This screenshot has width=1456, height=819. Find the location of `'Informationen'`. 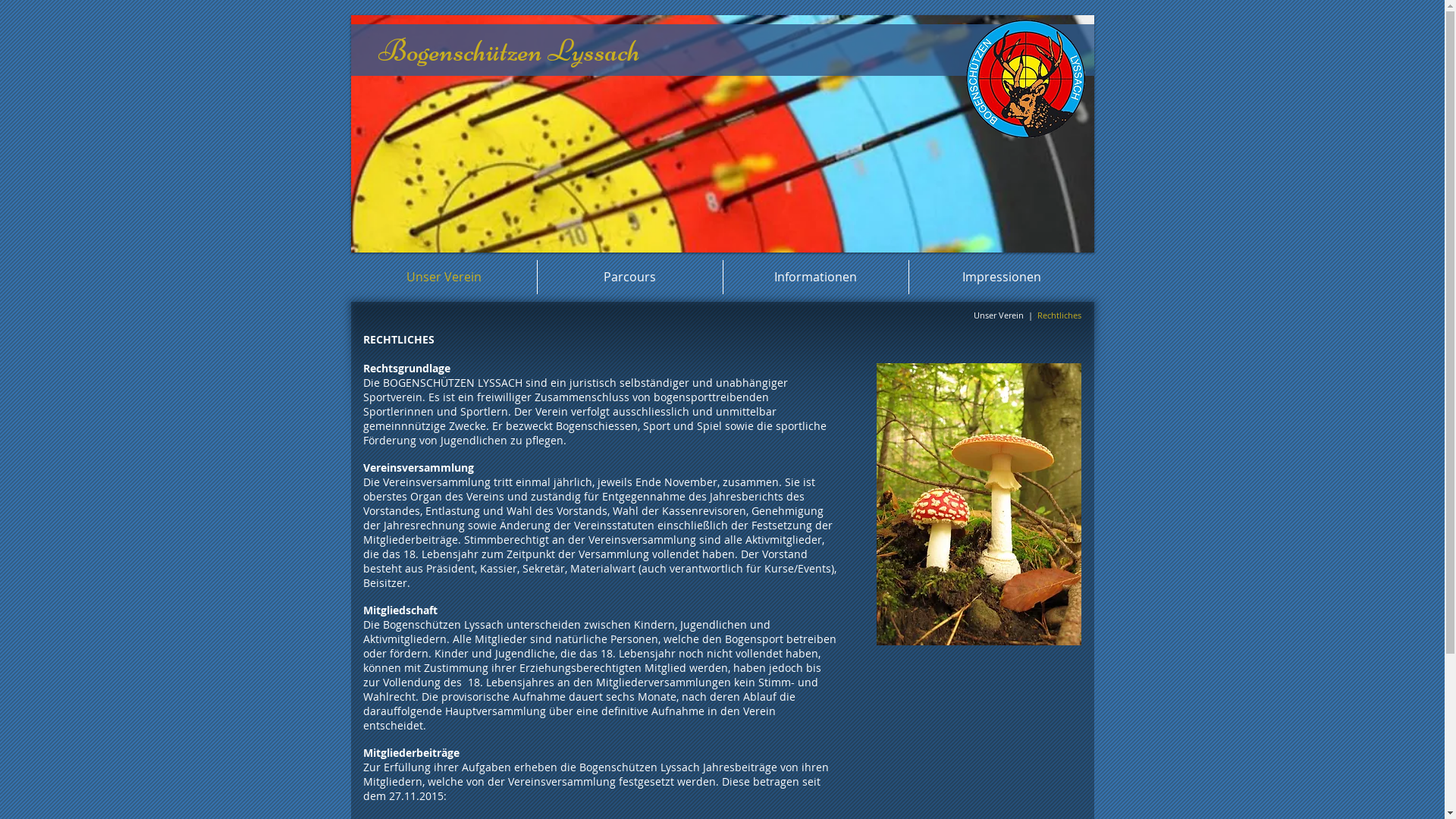

'Informationen' is located at coordinates (814, 277).